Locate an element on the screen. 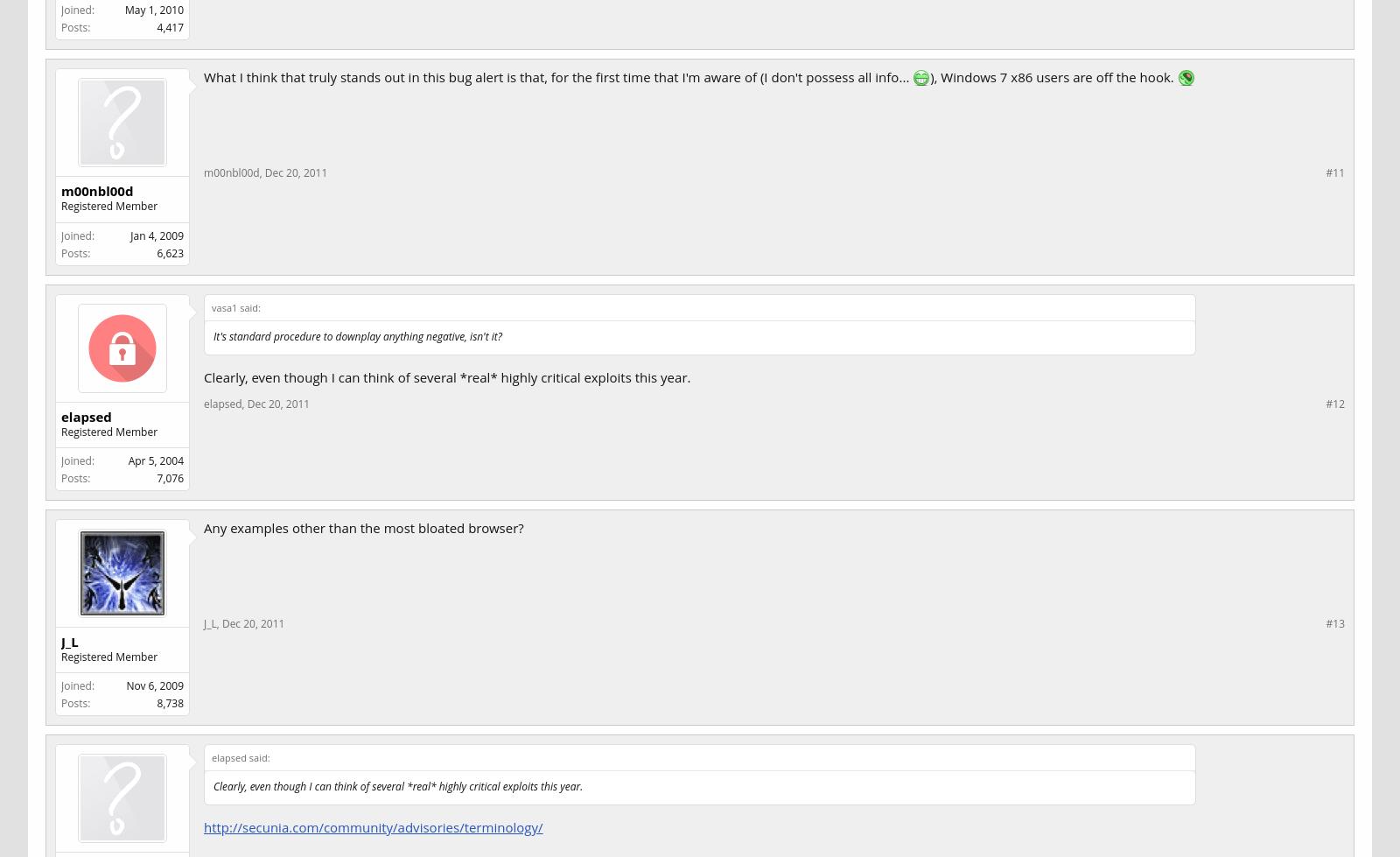 The image size is (1400, 857). 'Nov 6, 2009' is located at coordinates (153, 685).